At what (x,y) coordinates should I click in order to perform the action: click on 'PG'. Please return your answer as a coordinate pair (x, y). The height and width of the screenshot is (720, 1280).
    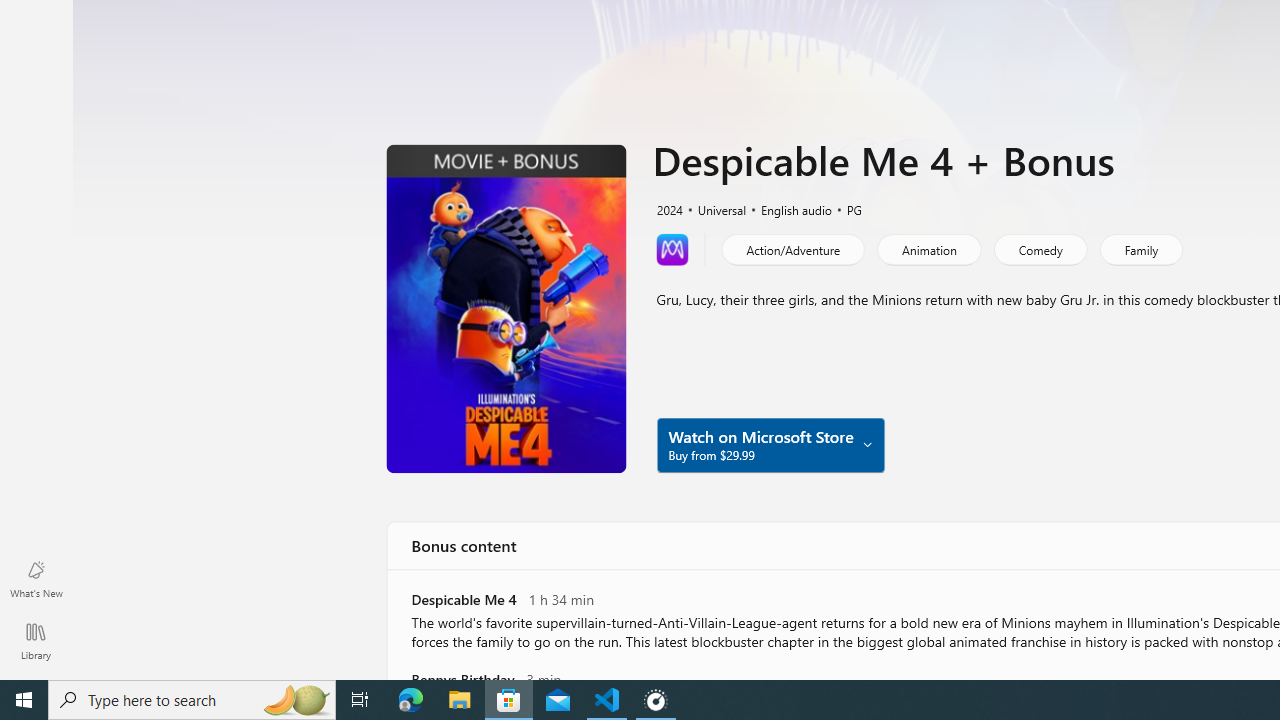
    Looking at the image, I should click on (845, 208).